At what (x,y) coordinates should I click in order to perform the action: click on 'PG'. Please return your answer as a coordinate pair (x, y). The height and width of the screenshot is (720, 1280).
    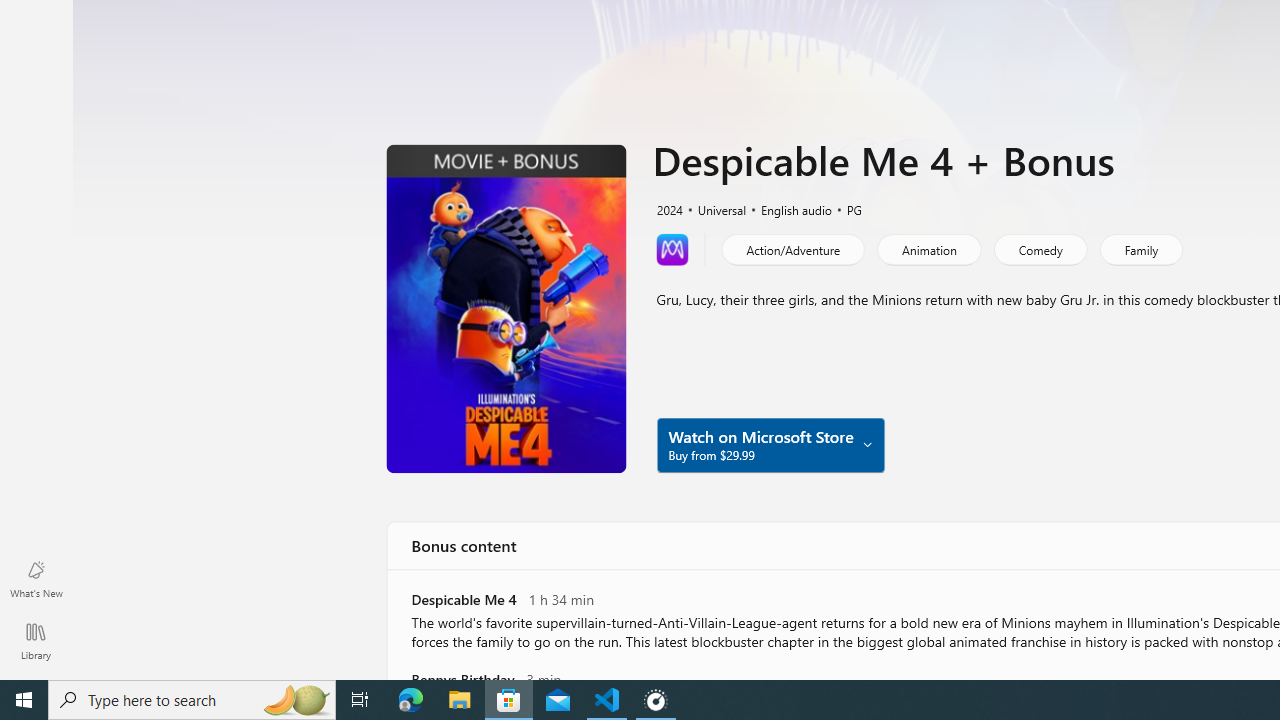
    Looking at the image, I should click on (845, 208).